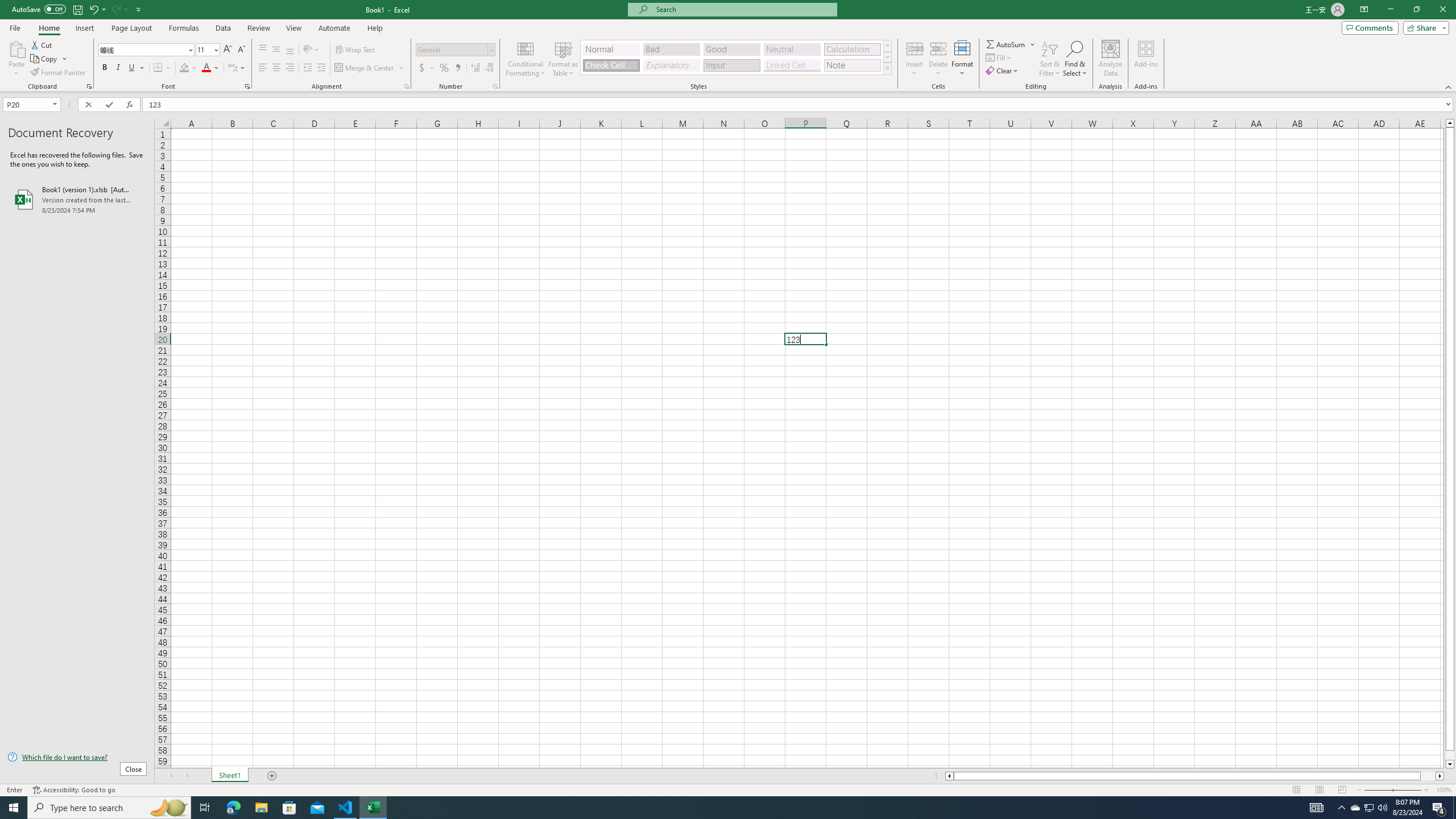  Describe the element at coordinates (118, 67) in the screenshot. I see `'Italic'` at that location.